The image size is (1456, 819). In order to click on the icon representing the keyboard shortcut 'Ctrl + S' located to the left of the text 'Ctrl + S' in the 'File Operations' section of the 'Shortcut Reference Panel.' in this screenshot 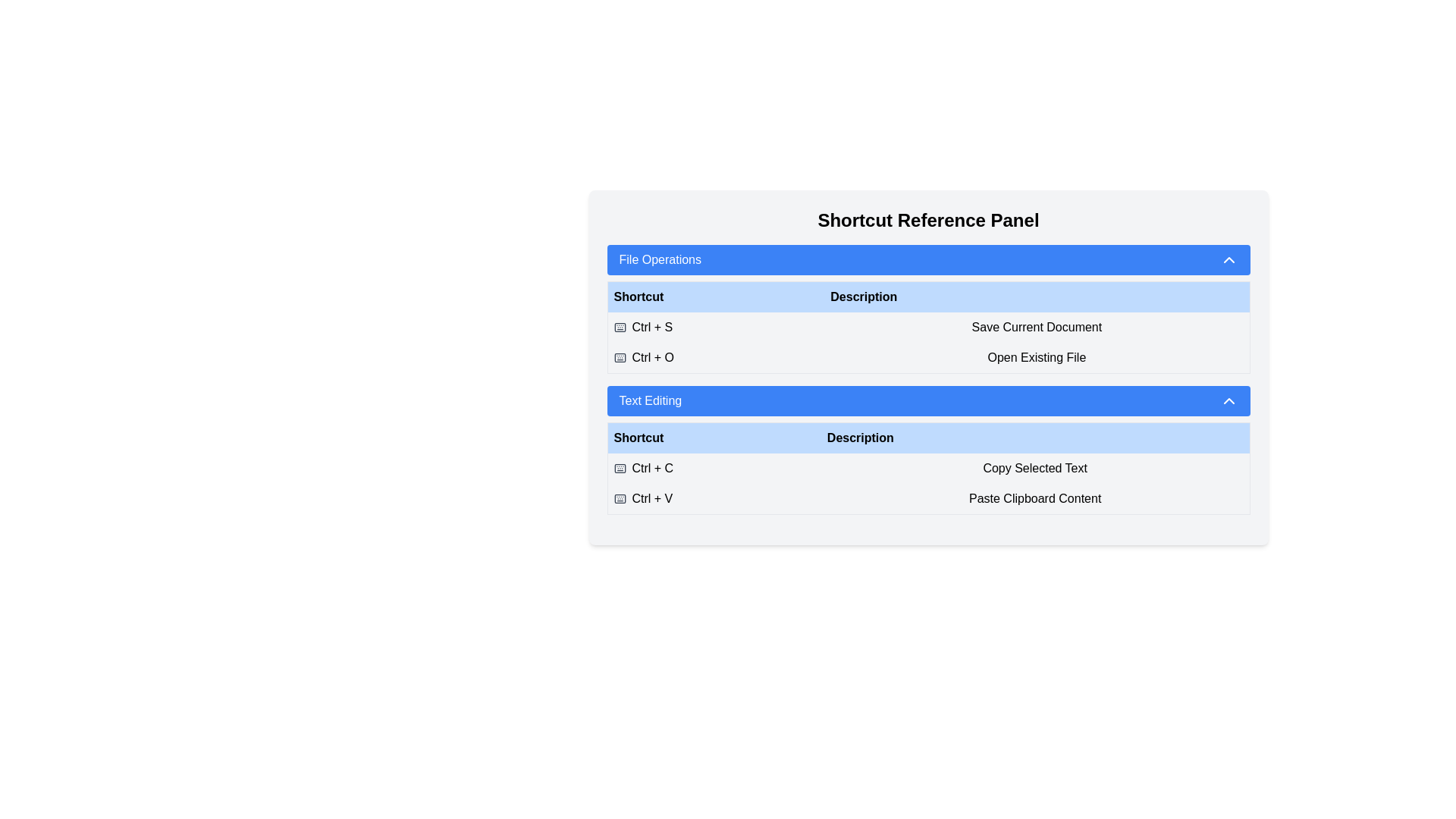, I will do `click(620, 327)`.